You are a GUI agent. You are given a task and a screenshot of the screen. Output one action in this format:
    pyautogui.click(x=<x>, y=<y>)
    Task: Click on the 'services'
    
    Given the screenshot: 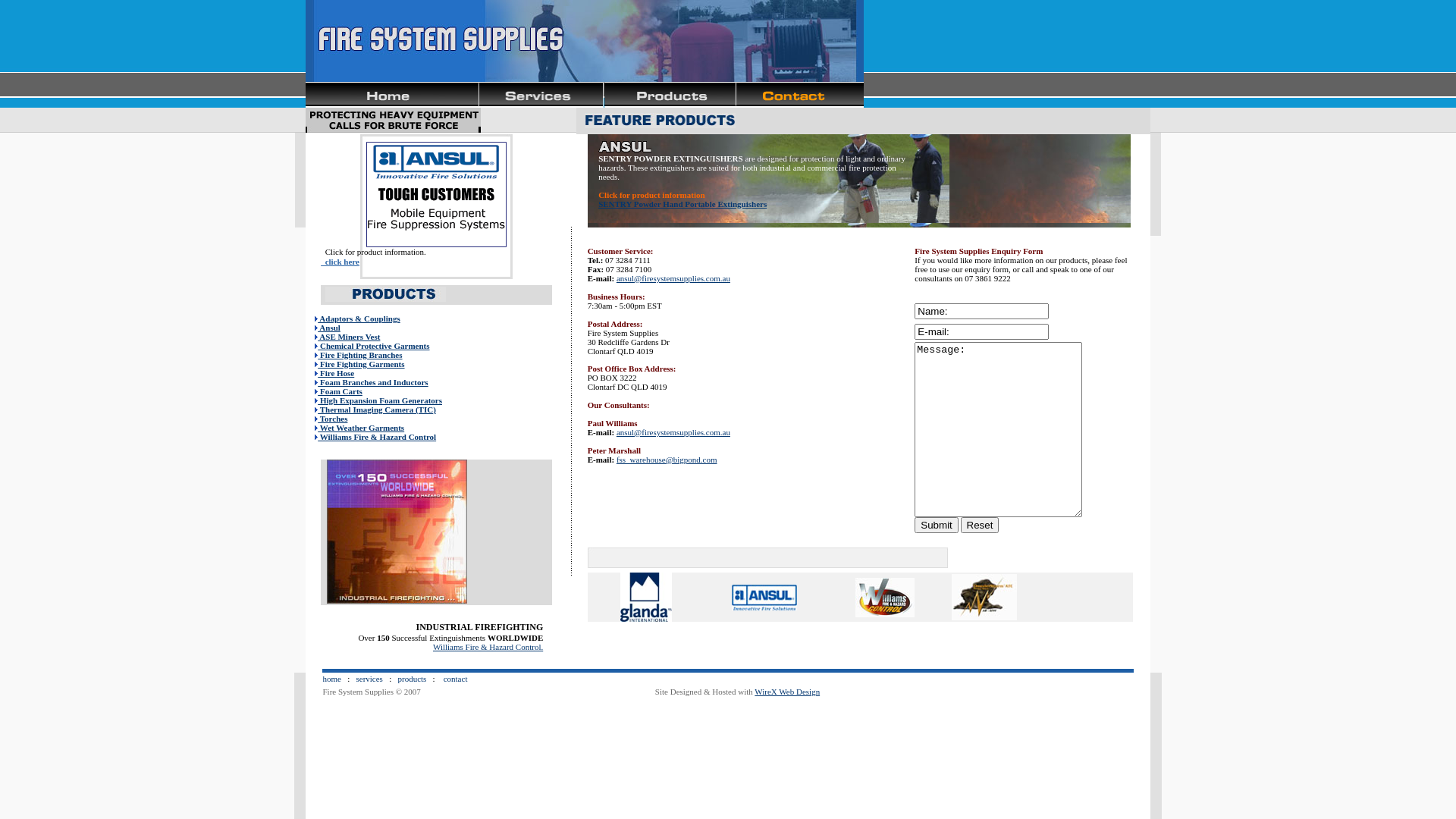 What is the action you would take?
    pyautogui.click(x=369, y=677)
    